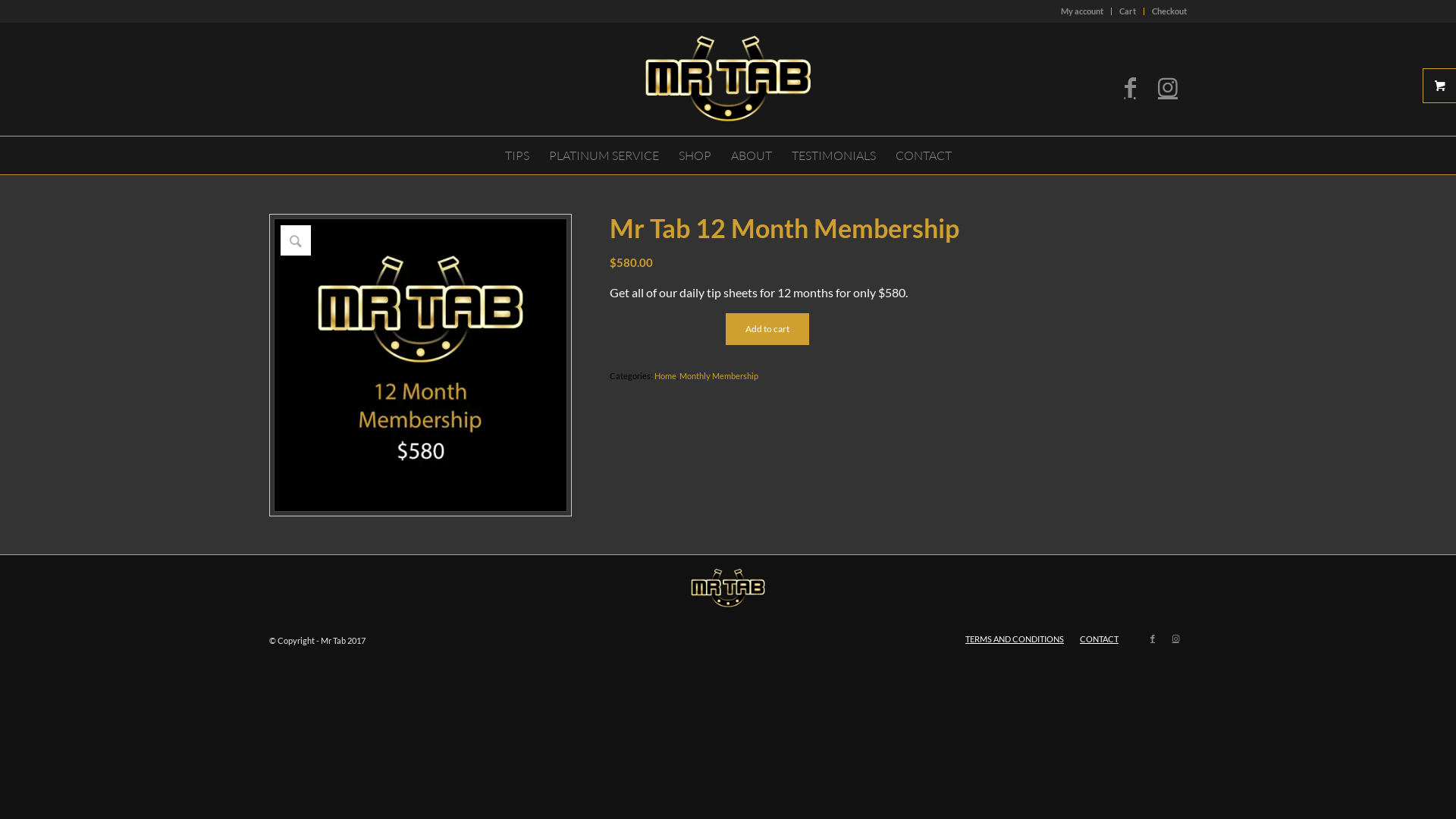 This screenshot has height=819, width=1456. I want to click on 'Checkout', so click(1168, 11).